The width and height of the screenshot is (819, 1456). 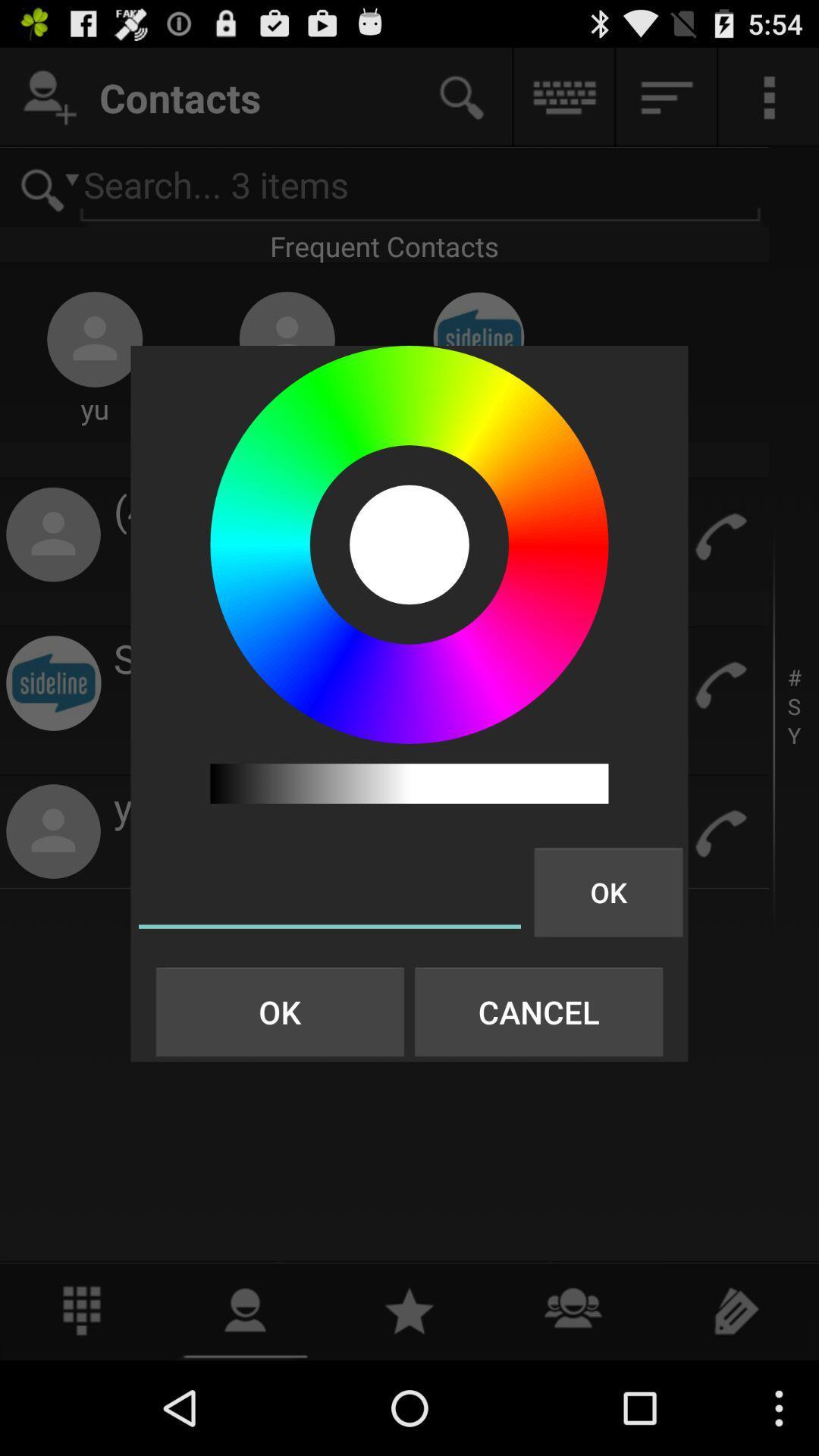 What do you see at coordinates (538, 1012) in the screenshot?
I see `the cancel item` at bounding box center [538, 1012].